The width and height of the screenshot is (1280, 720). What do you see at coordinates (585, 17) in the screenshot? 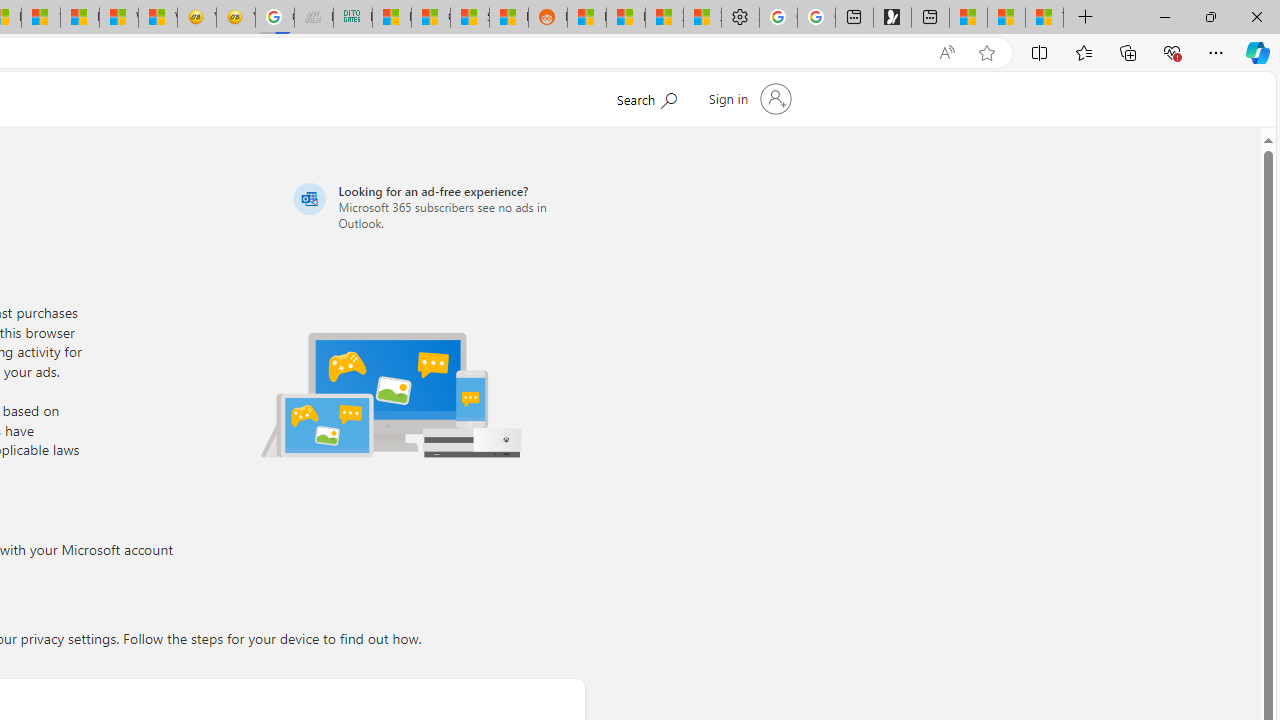
I see `'R******* | Trusted Community Engagement and Contributions'` at bounding box center [585, 17].